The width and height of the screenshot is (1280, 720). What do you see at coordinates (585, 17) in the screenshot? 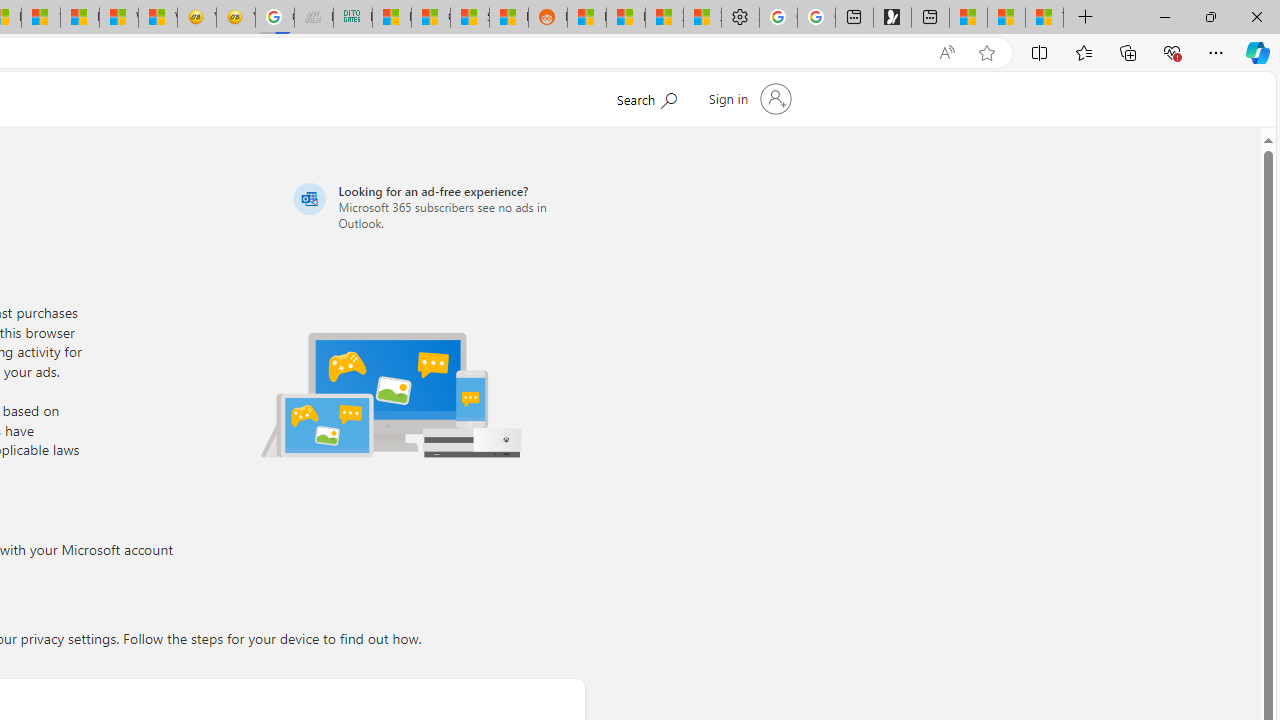
I see `'R******* | Trusted Community Engagement and Contributions'` at bounding box center [585, 17].